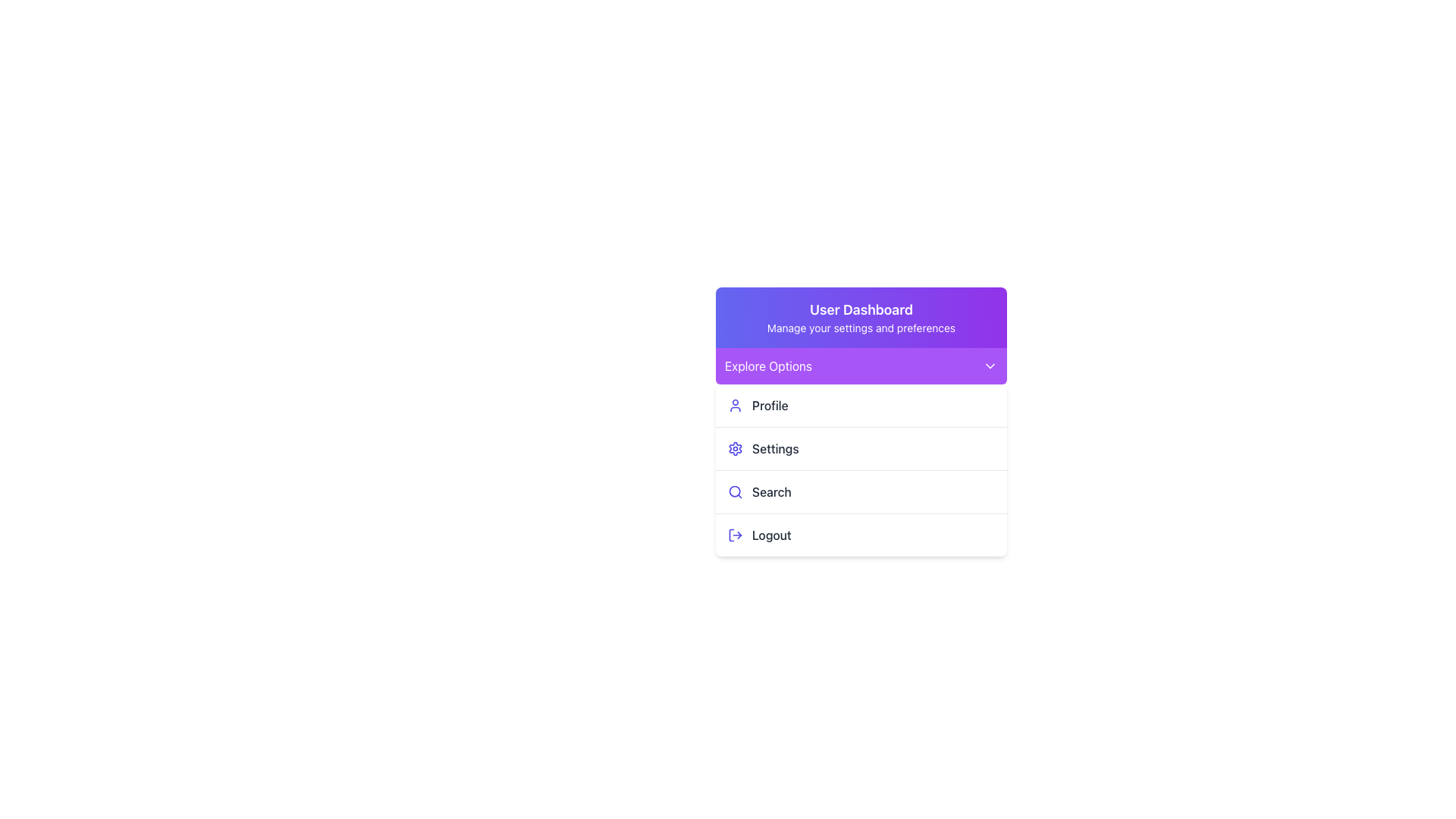 The width and height of the screenshot is (1456, 819). Describe the element at coordinates (861, 327) in the screenshot. I see `the Text label that provides descriptive information about managing settings and preferences, located beneath 'User Dashboard' in the header section` at that location.